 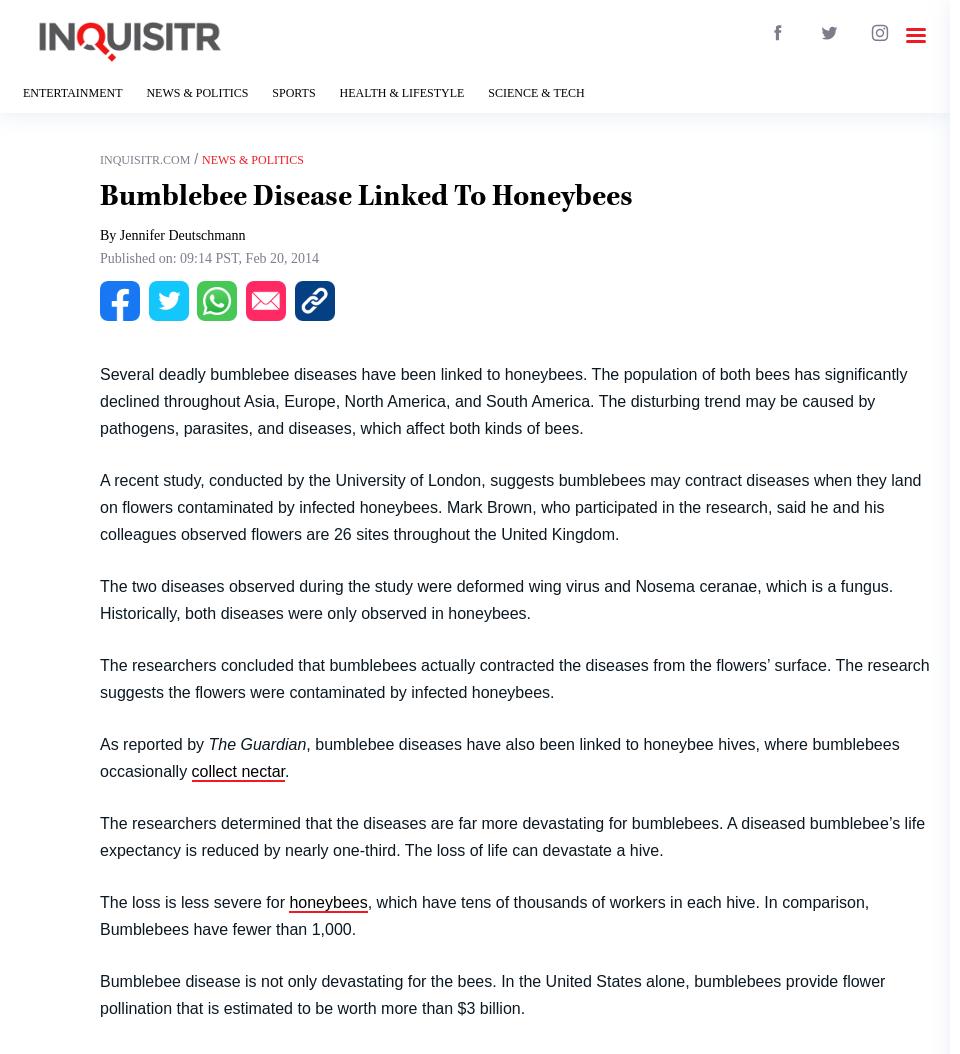 What do you see at coordinates (328, 900) in the screenshot?
I see `'honeybees'` at bounding box center [328, 900].